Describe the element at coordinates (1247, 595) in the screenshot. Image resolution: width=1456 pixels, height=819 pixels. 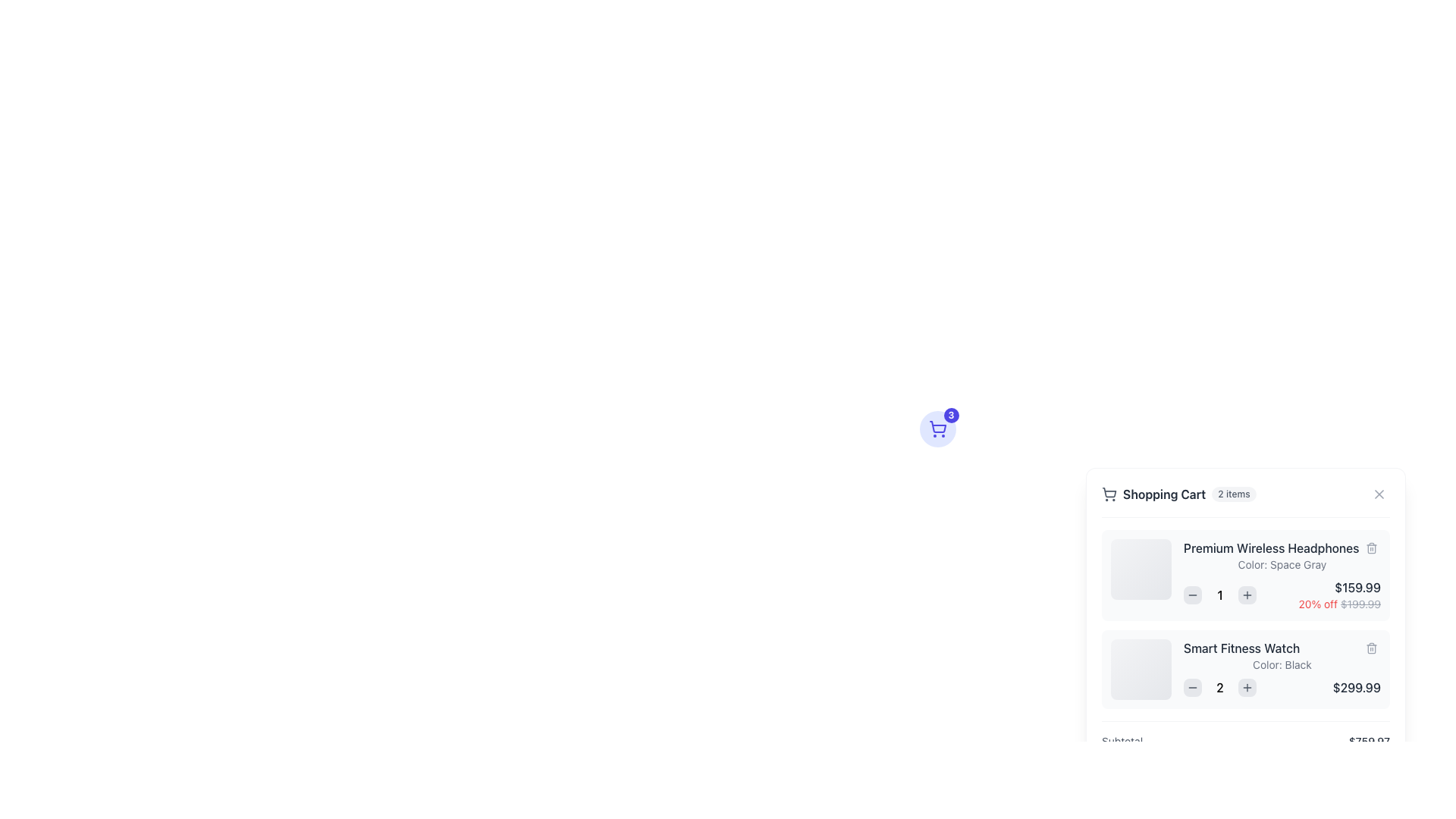
I see `the plus icon button located in the shopping cart section for 'Premium Wireless Headphones'` at that location.